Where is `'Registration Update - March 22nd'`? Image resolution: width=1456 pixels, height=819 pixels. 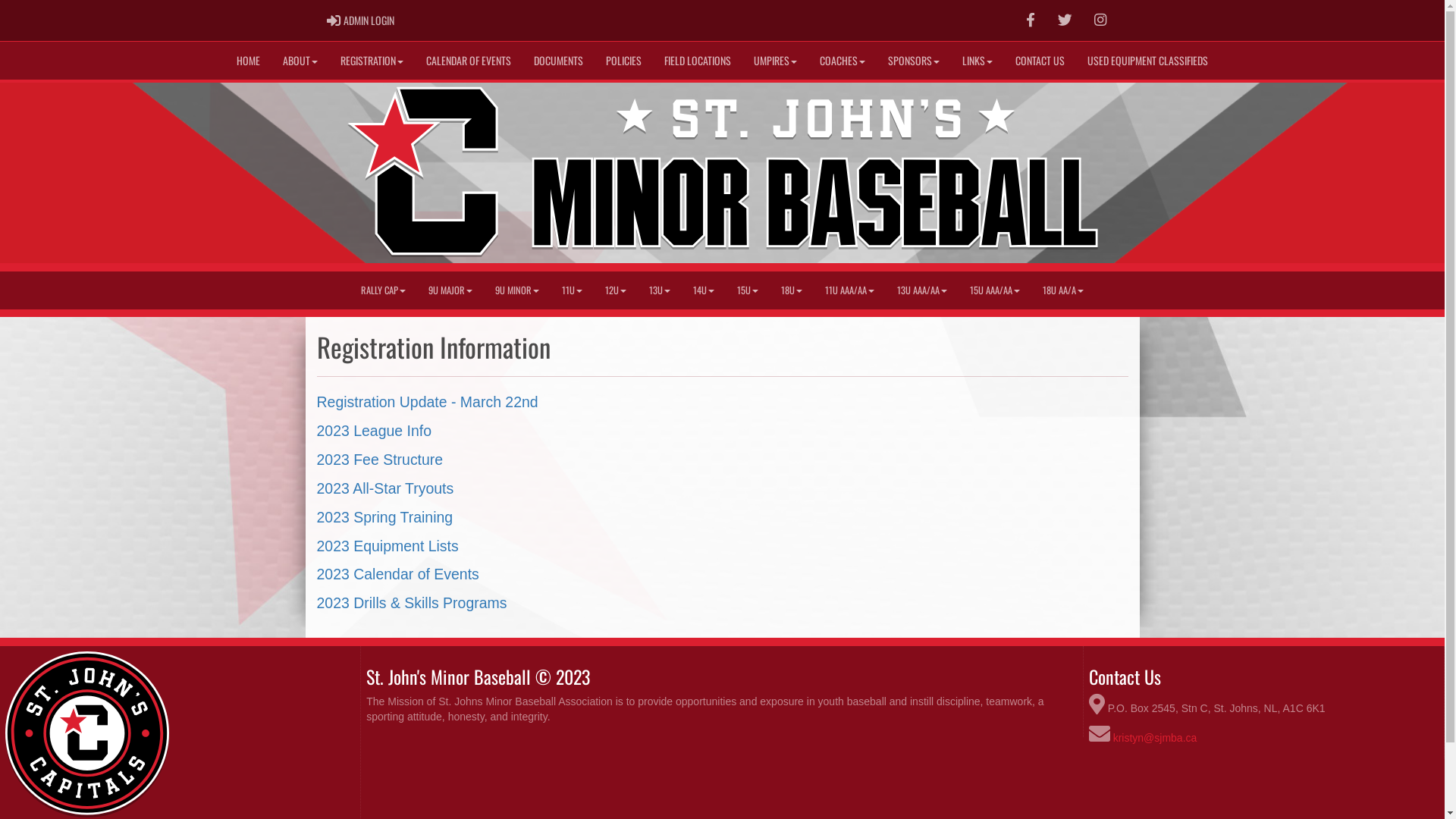
'Registration Update - March 22nd' is located at coordinates (315, 400).